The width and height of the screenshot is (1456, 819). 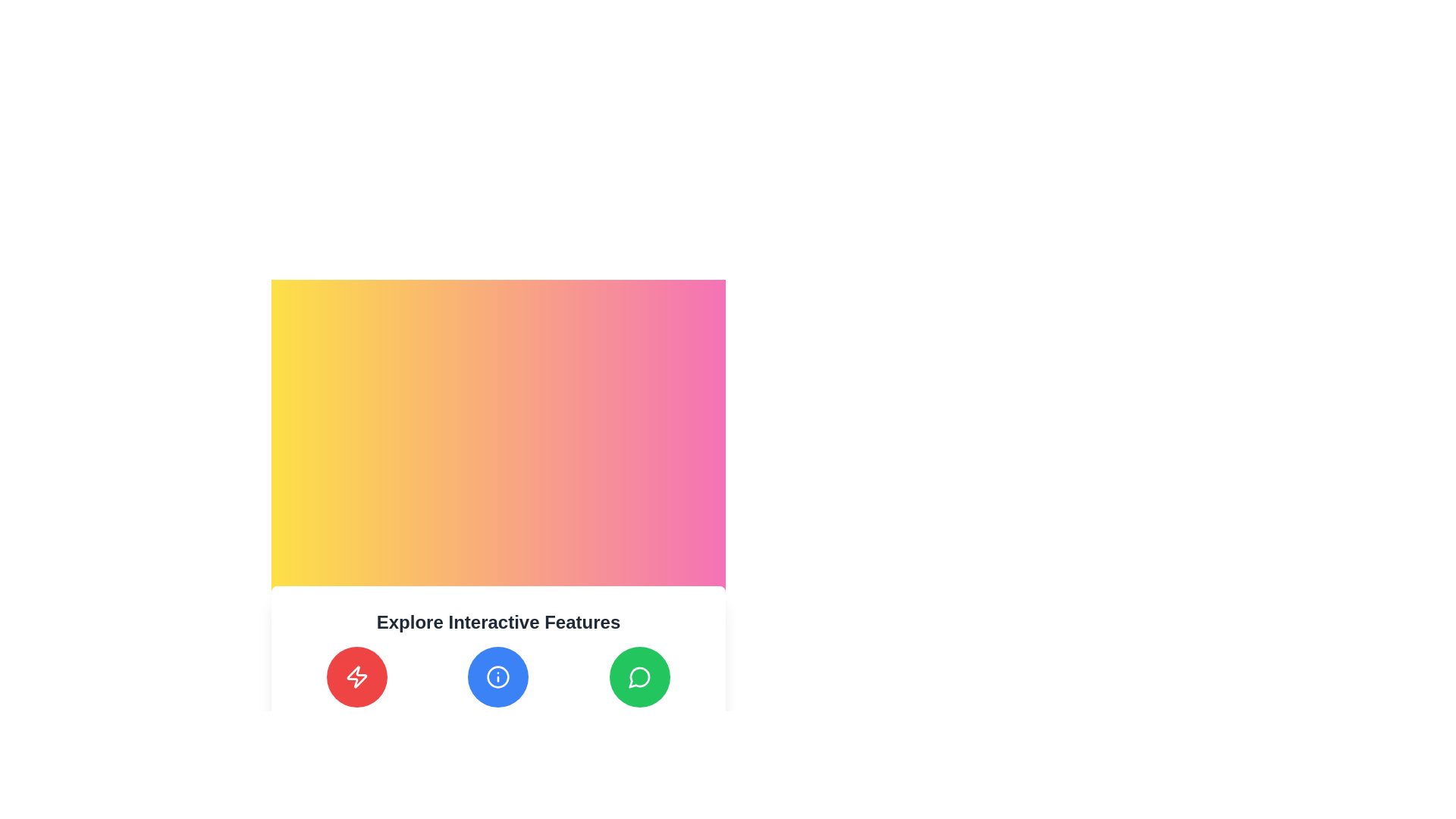 What do you see at coordinates (639, 676) in the screenshot?
I see `the circular icon button resembling a speech bubble, styled in white against a green circular background, located at the bottom right of a horizontal row of three buttons` at bounding box center [639, 676].